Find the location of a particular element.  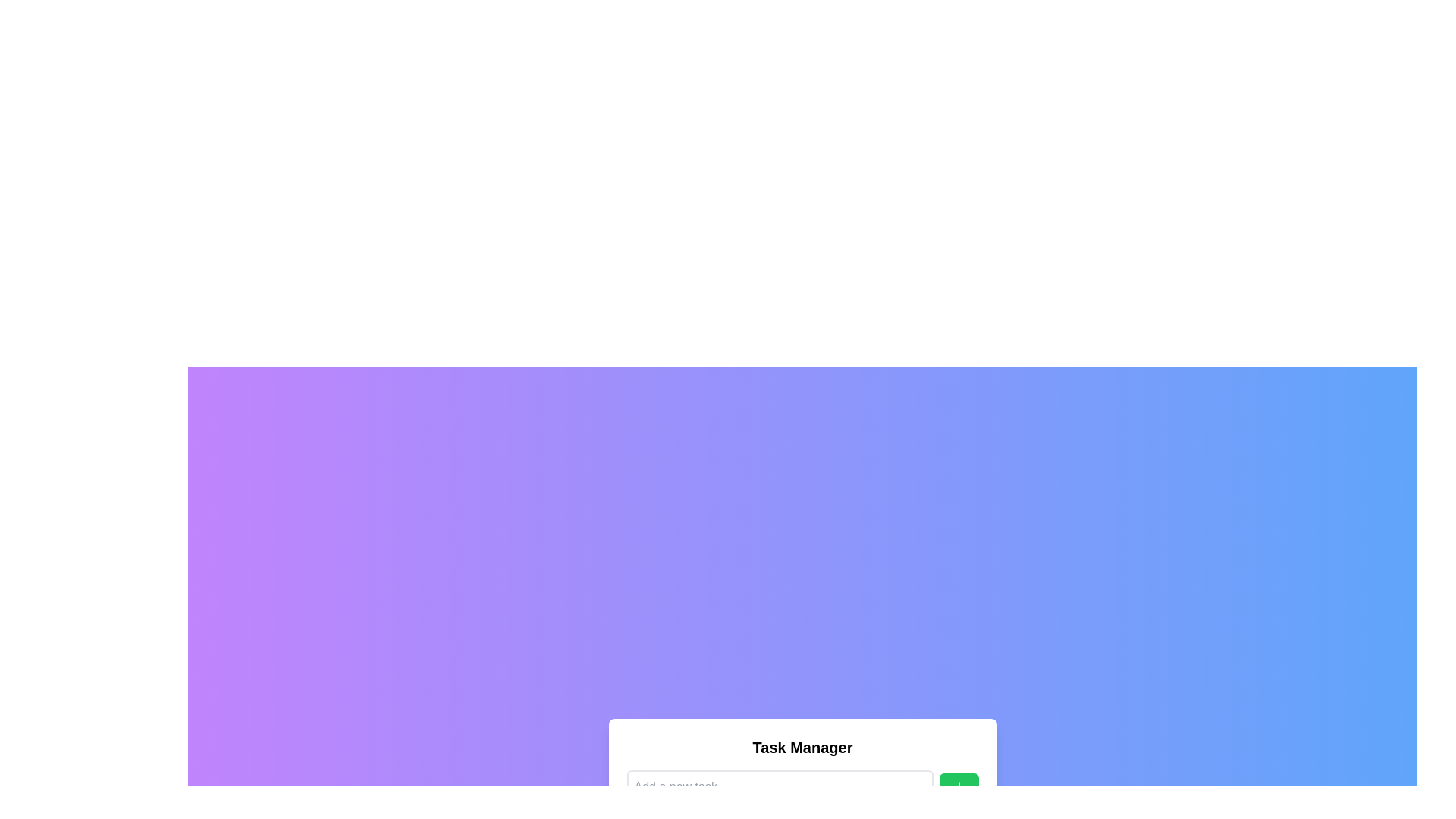

the bold text label reading 'Task Manager' which is positioned at the top-middle of a rectangular card layout is located at coordinates (802, 747).